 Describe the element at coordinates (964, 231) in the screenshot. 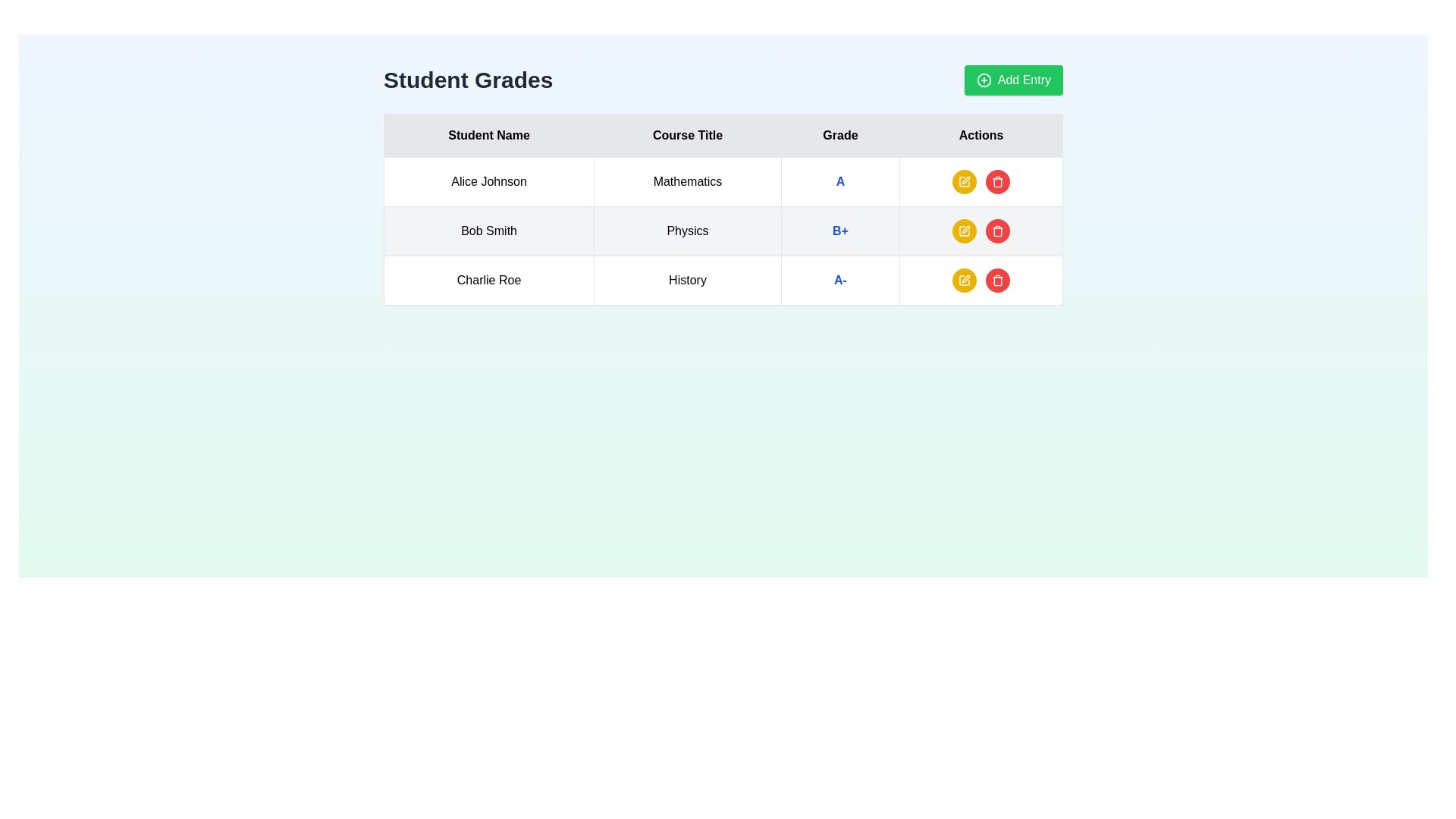

I see `the yellow circular edit icon located under the 'Actions' column in the 'Physics' row of the table` at that location.